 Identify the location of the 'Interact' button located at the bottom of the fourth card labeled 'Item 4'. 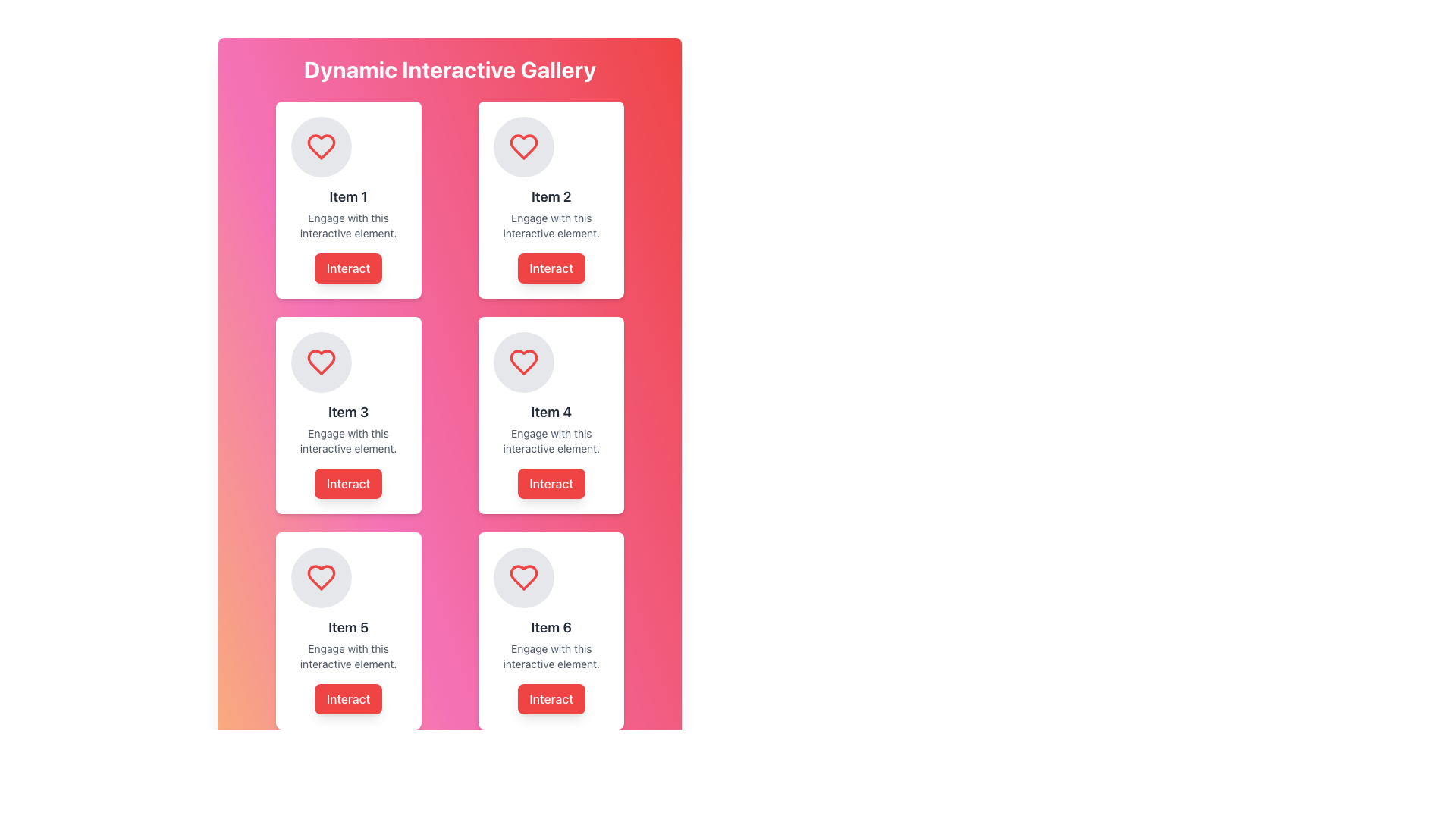
(551, 483).